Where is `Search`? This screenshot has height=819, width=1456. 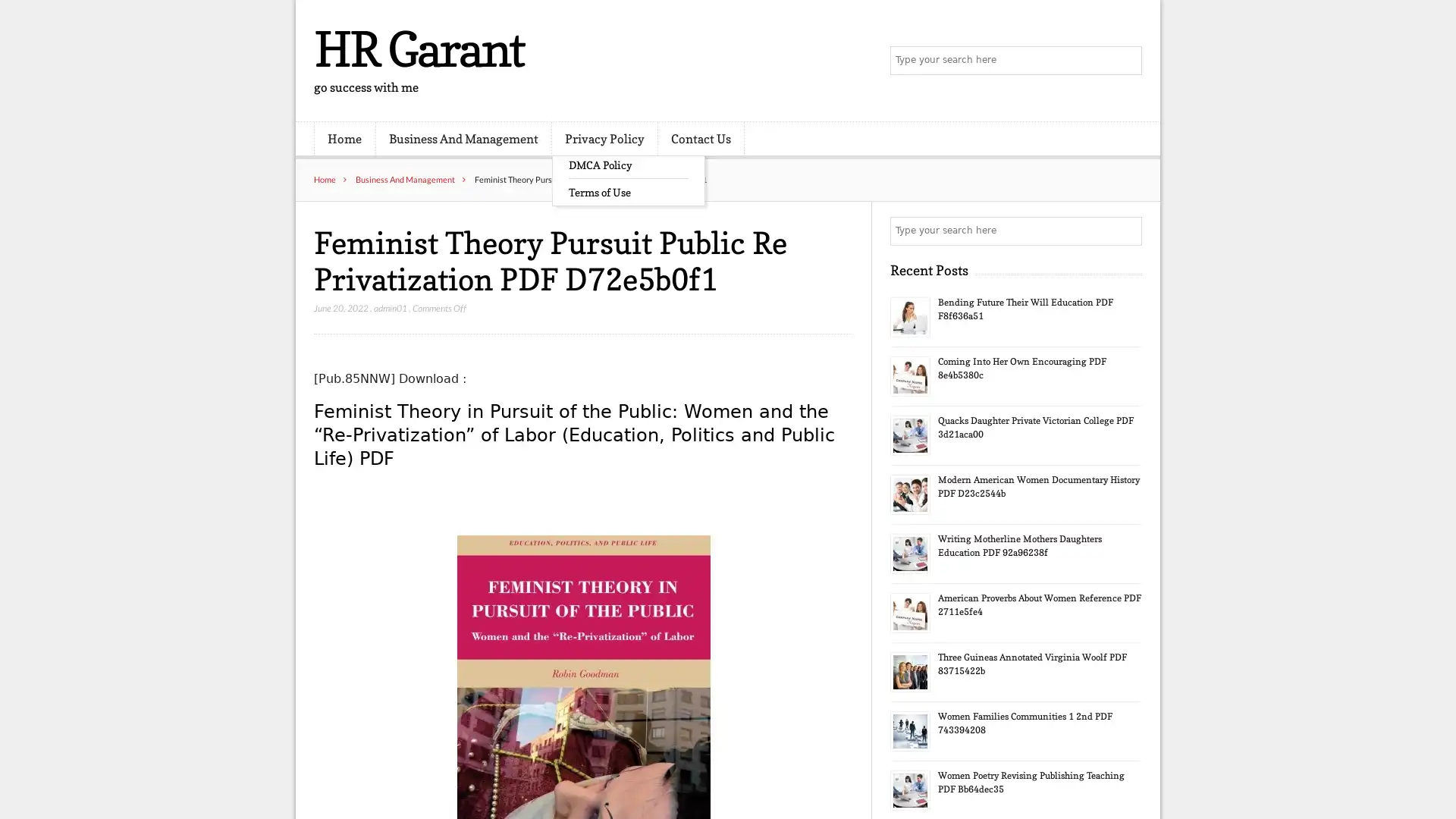 Search is located at coordinates (1126, 61).